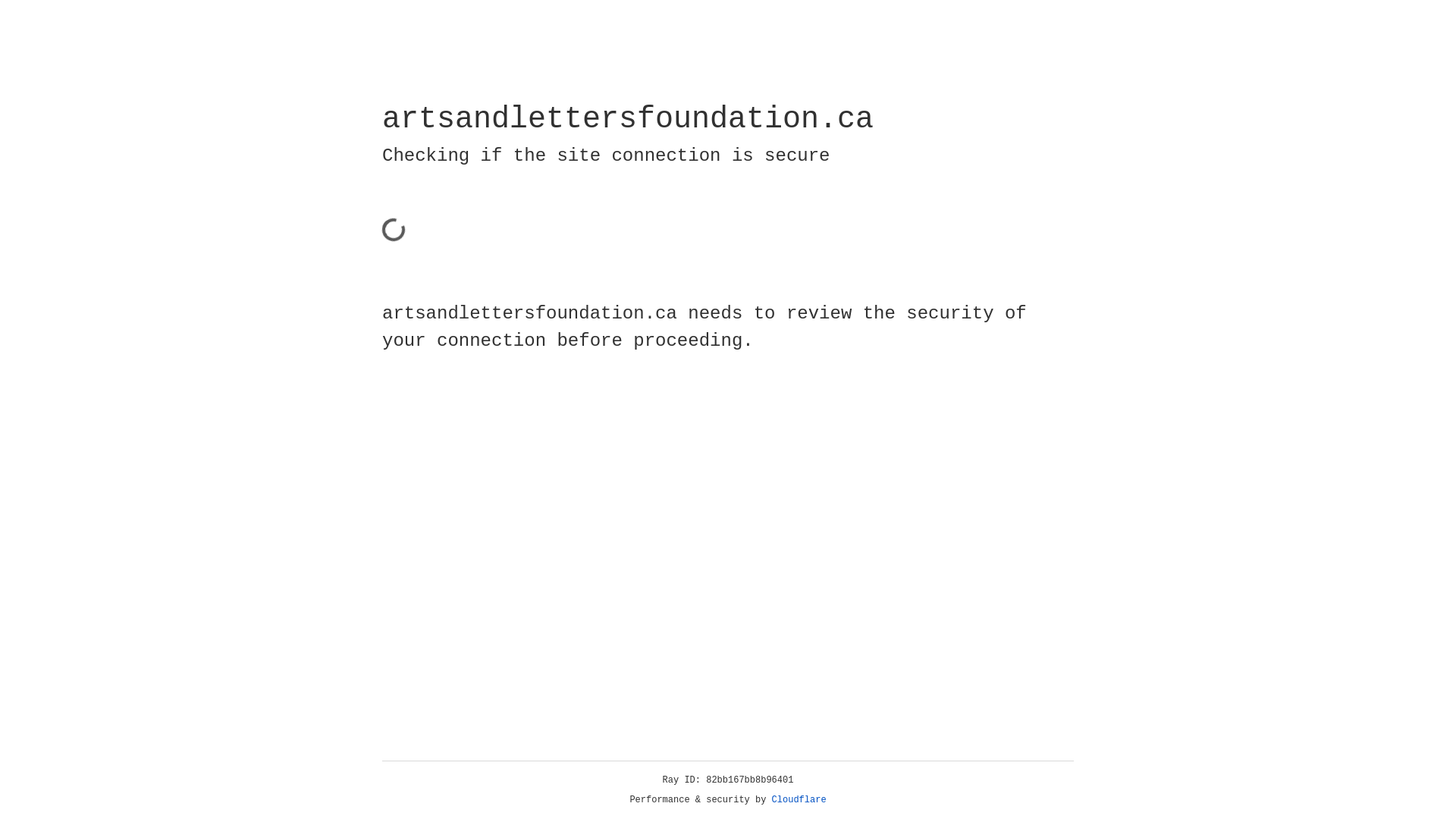 The width and height of the screenshot is (1456, 819). What do you see at coordinates (771, 799) in the screenshot?
I see `'Cloudflare'` at bounding box center [771, 799].